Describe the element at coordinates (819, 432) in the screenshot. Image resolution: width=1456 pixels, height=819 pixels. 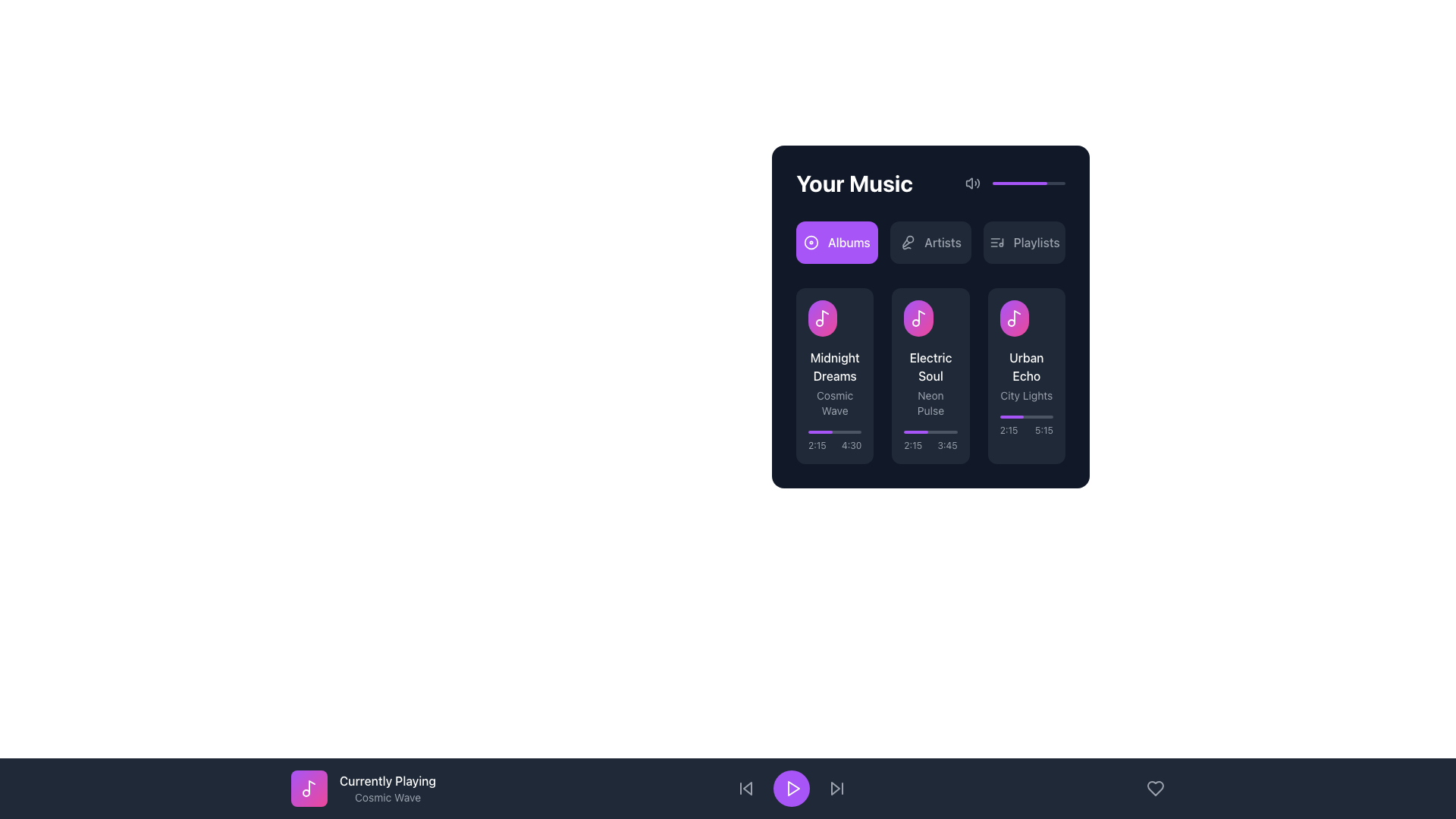
I see `the Progress Bar Fill element, which is a purple-filled horizontal bar located at the bottom section of the interface, indicating the progress of the currently playing music track` at that location.